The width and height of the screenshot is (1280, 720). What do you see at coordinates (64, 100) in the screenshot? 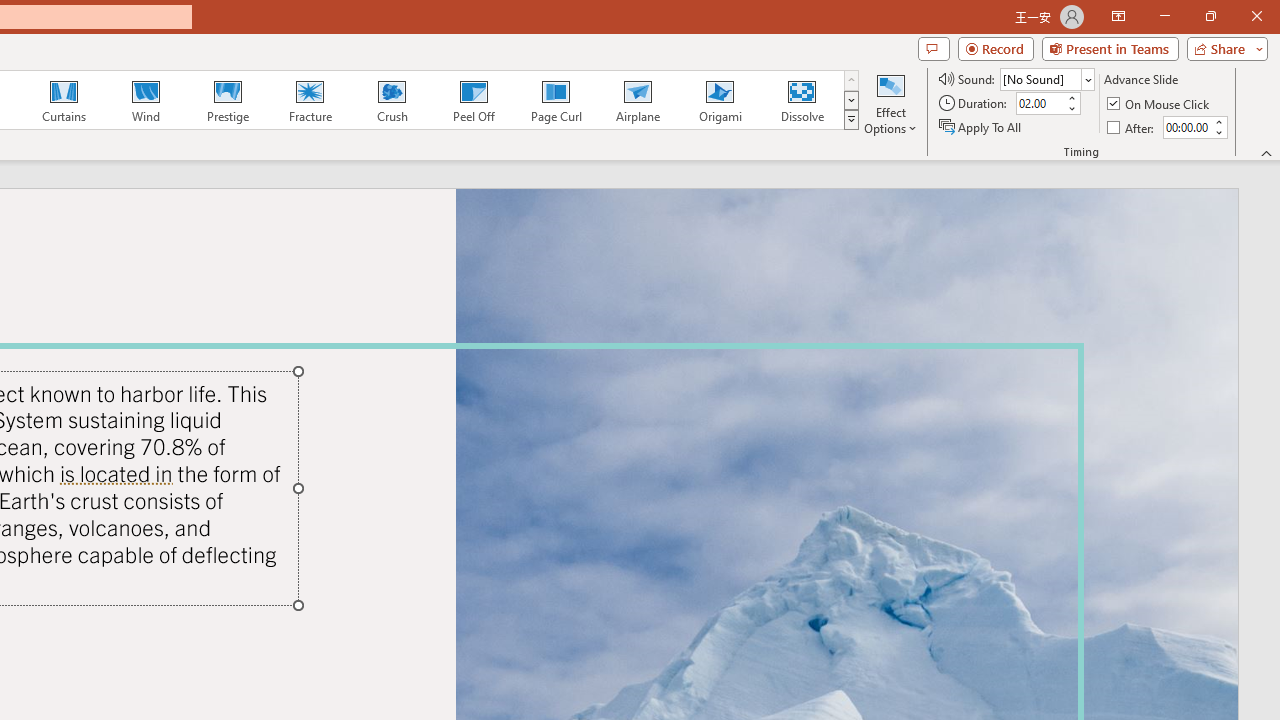
I see `'Curtains'` at bounding box center [64, 100].